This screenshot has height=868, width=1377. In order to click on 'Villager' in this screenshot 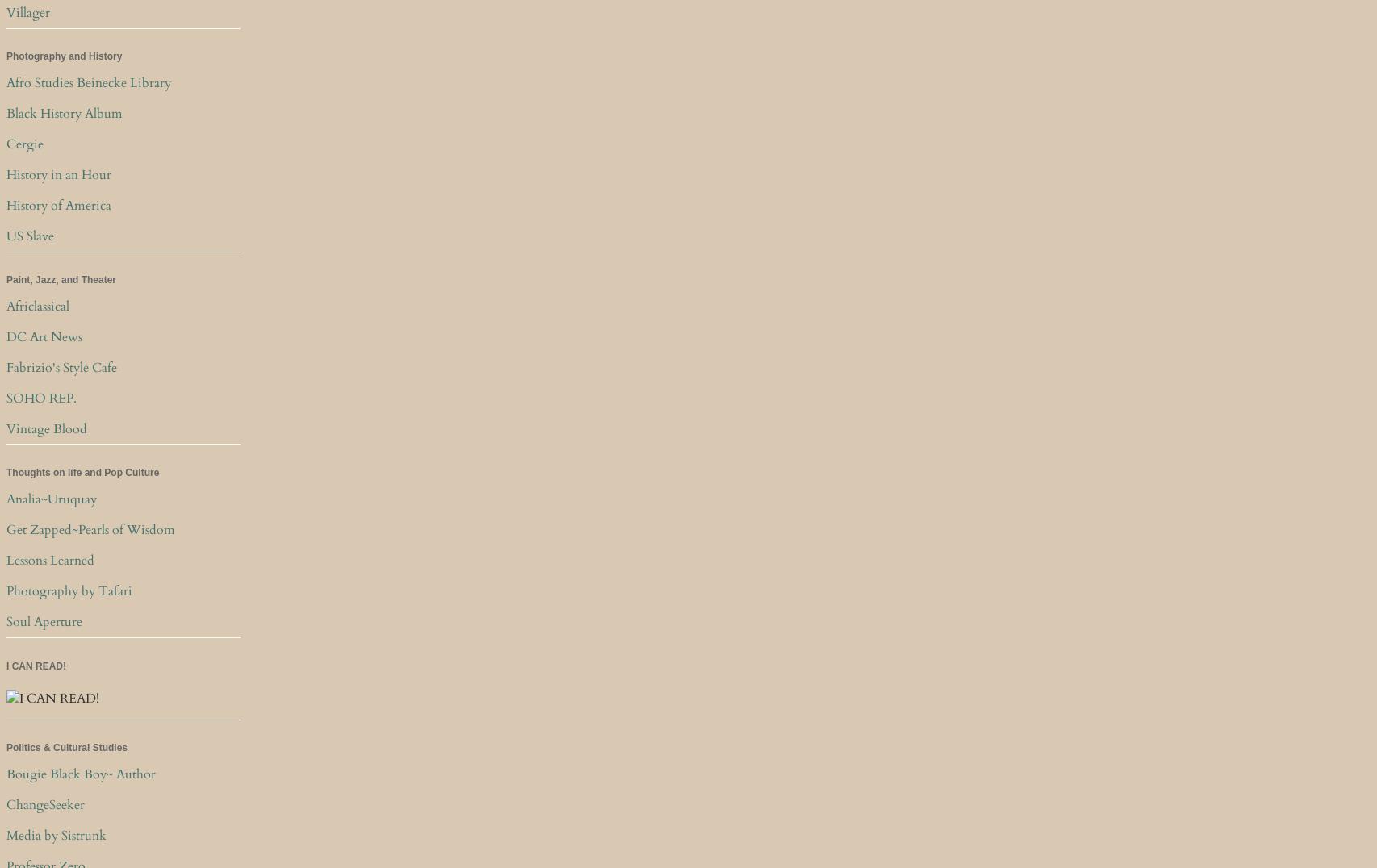, I will do `click(6, 10)`.